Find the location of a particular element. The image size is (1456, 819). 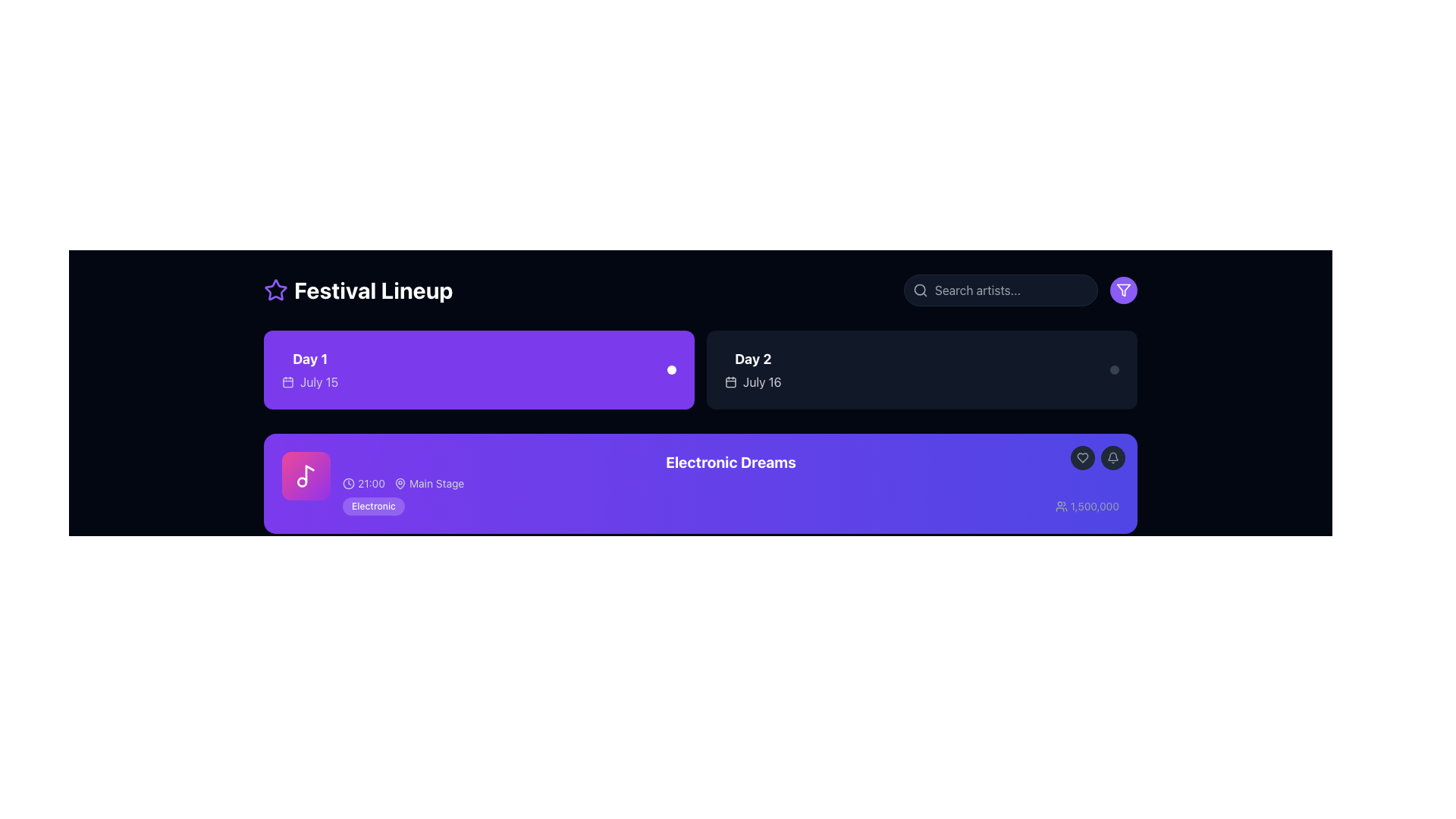

the schedule list item that displays the event title, time, venue, category, and popularity metrics, located beneath the 'Day 1' selector is located at coordinates (731, 483).